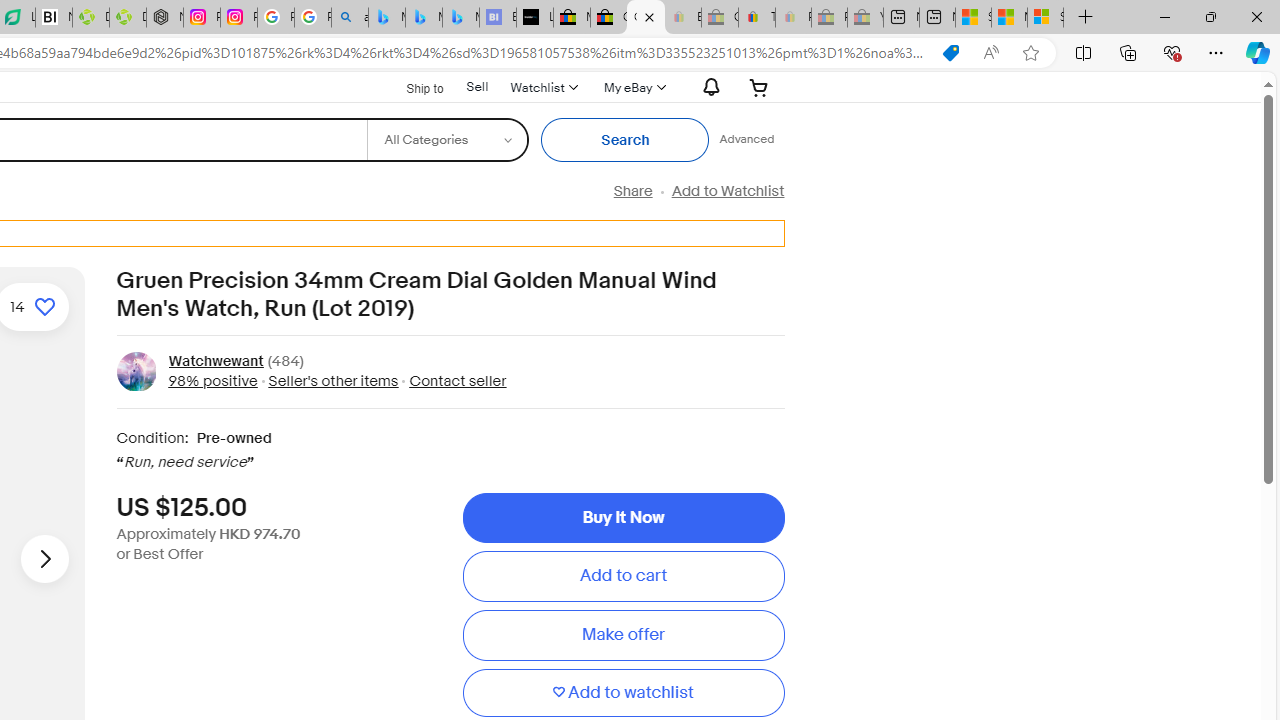  I want to click on 'Your shopping cart', so click(758, 86).